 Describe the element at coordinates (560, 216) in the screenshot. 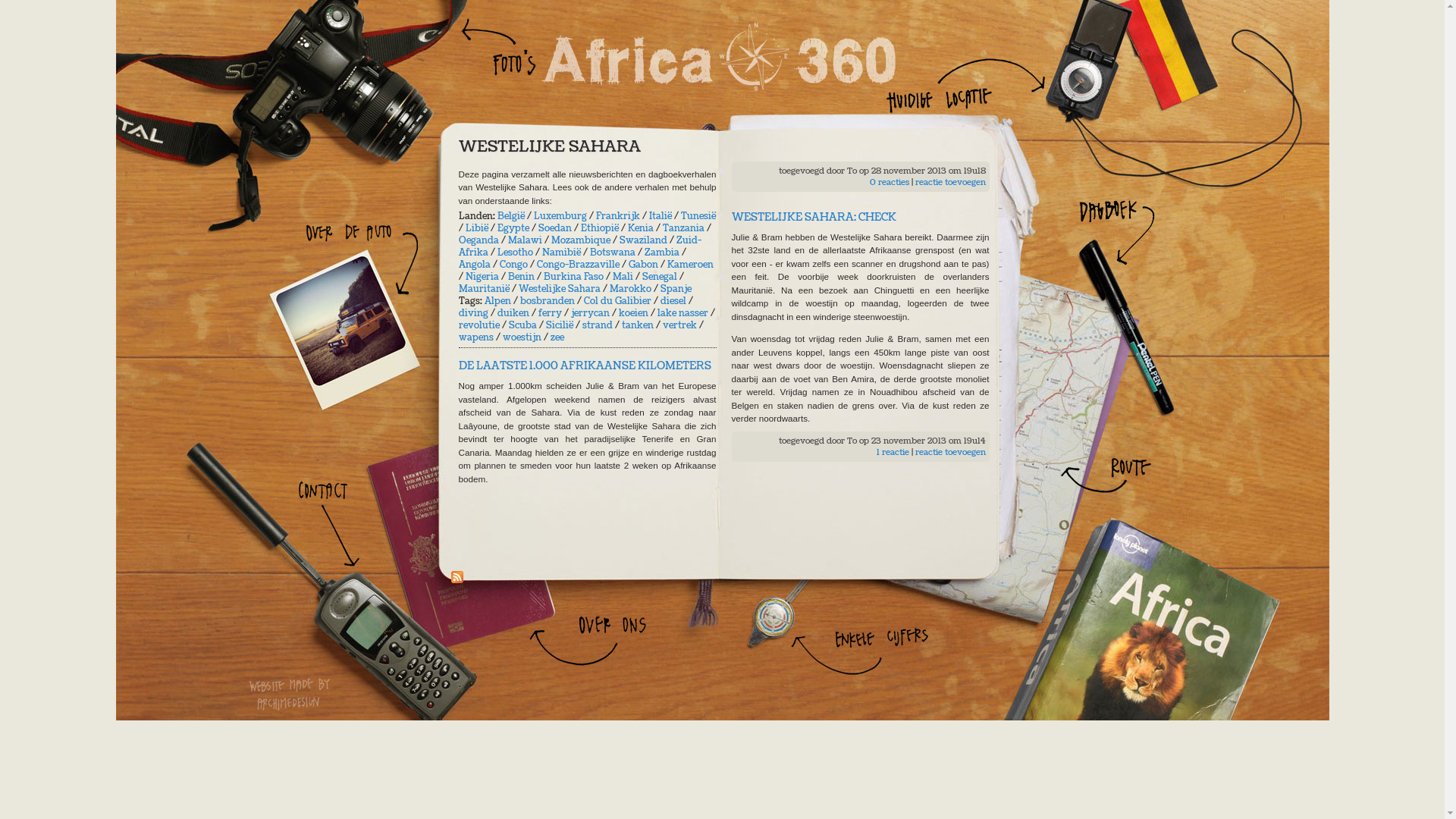

I see `'Luxemburg'` at that location.